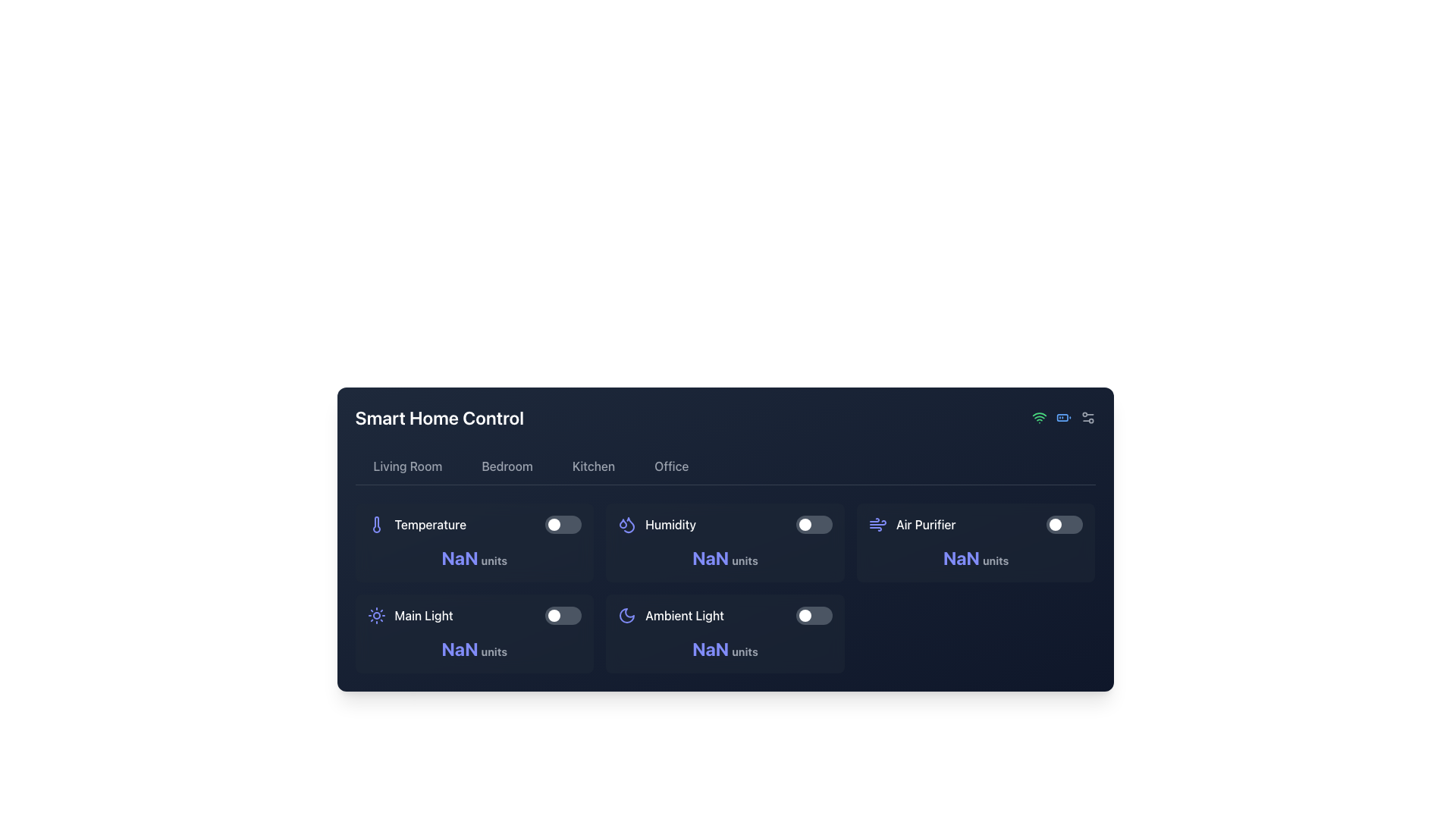  What do you see at coordinates (376, 616) in the screenshot?
I see `the Main Light control icon located at the bottom-left of the control panel, positioned to the left of the 'Main Light' label` at bounding box center [376, 616].